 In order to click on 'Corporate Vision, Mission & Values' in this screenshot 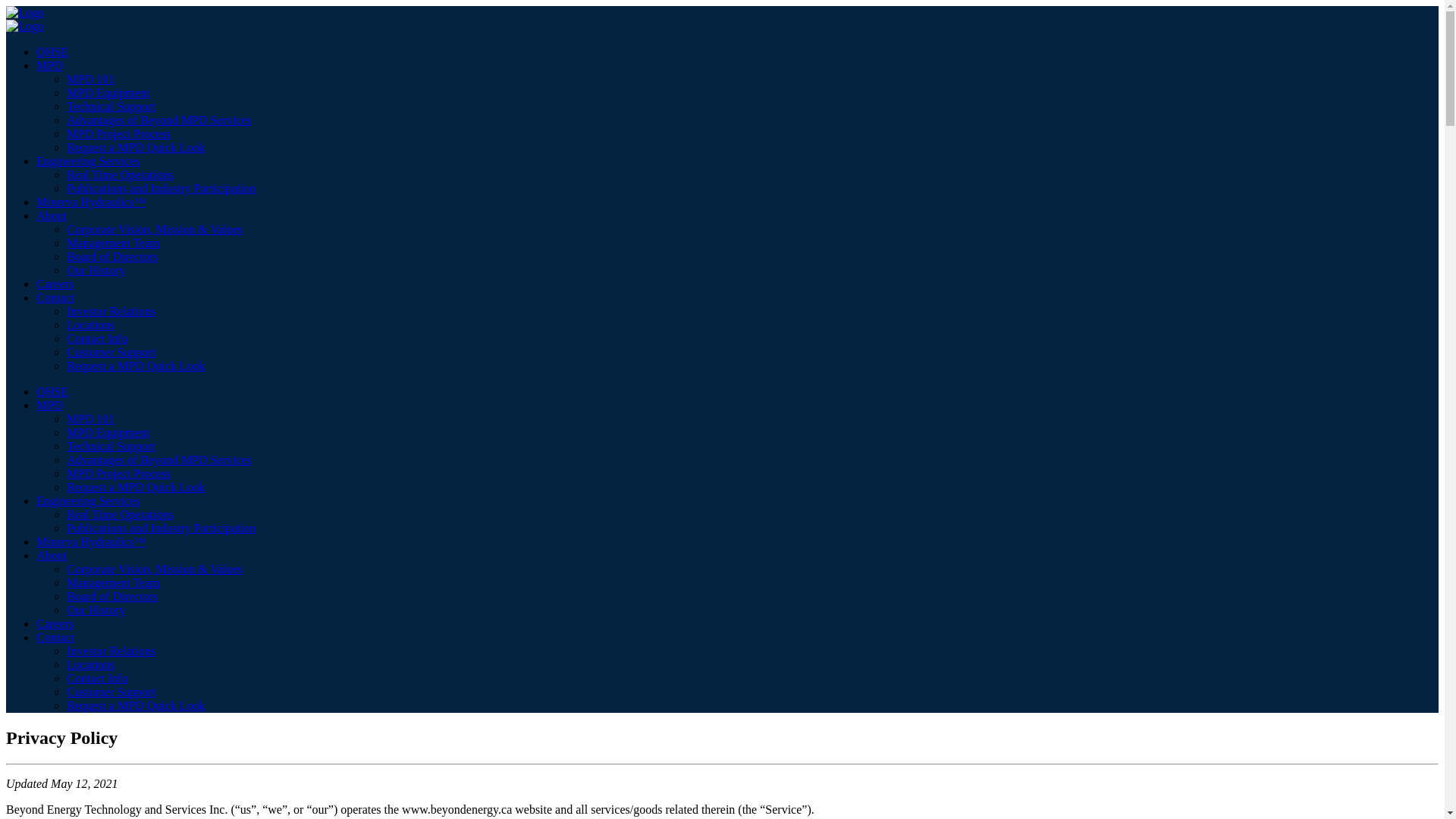, I will do `click(154, 569)`.